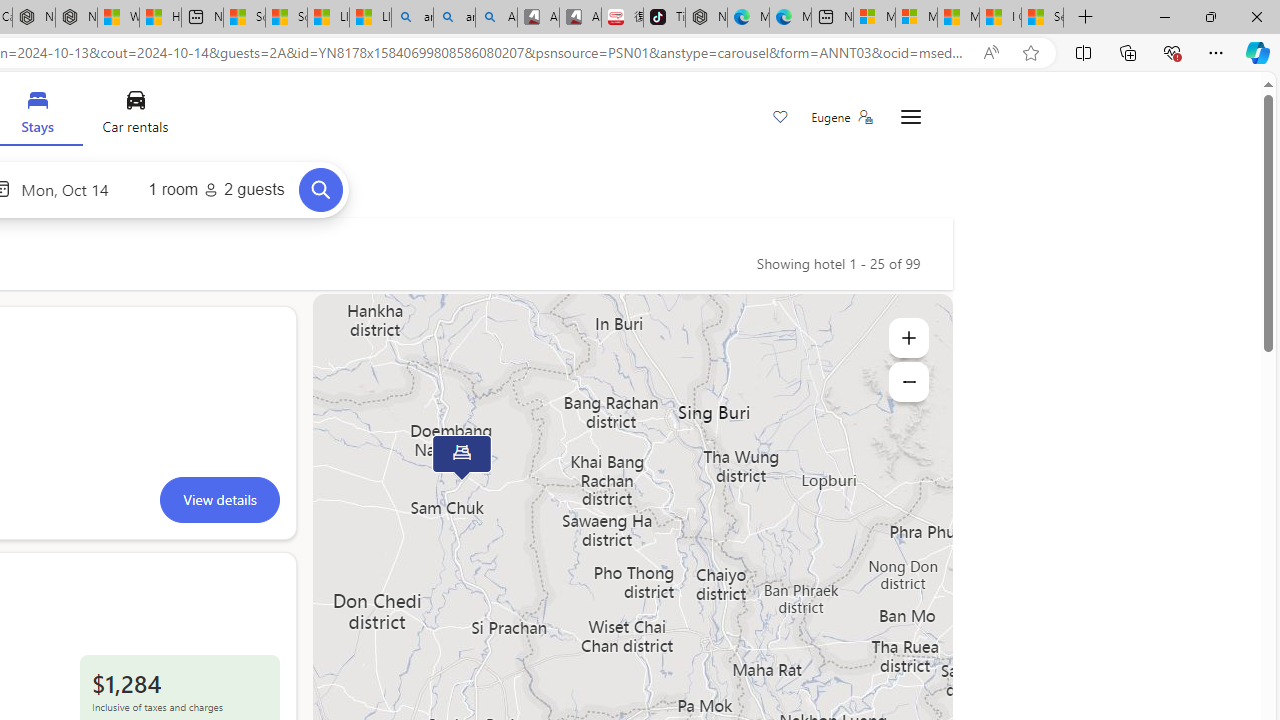 The height and width of the screenshot is (720, 1280). I want to click on 'Save', so click(779, 118).